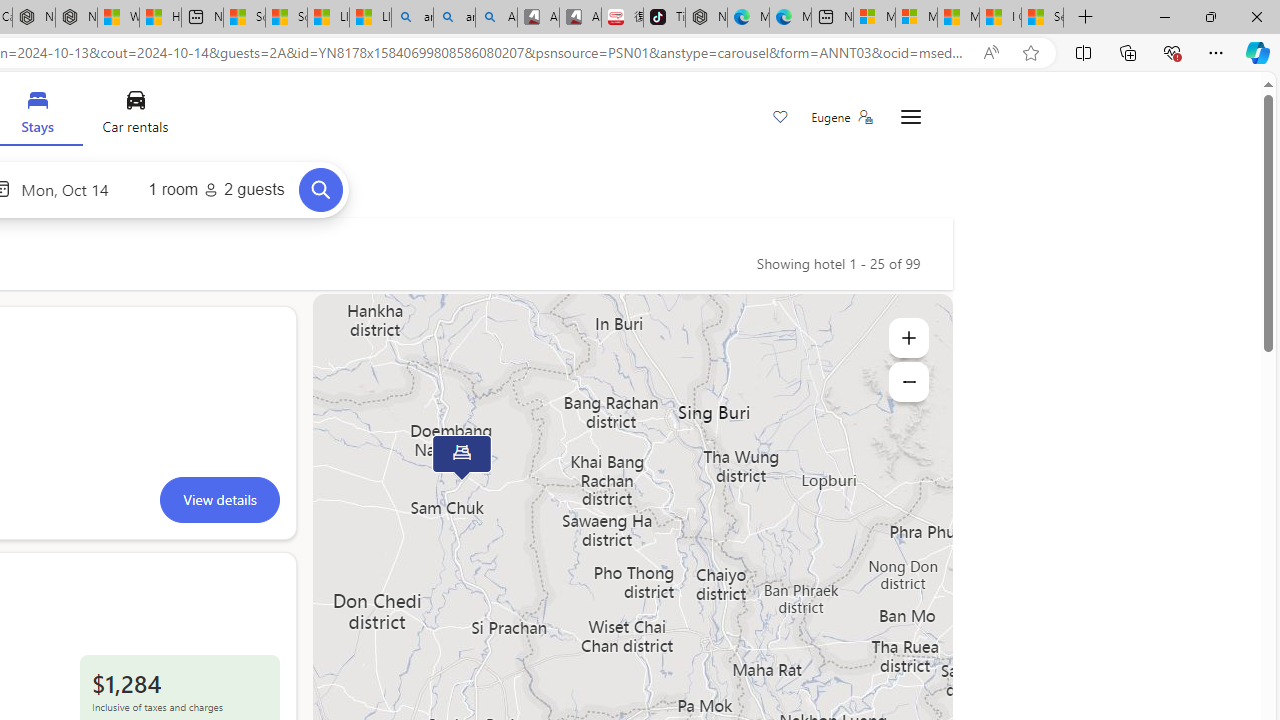 The height and width of the screenshot is (720, 1280). I want to click on 'Save', so click(779, 118).